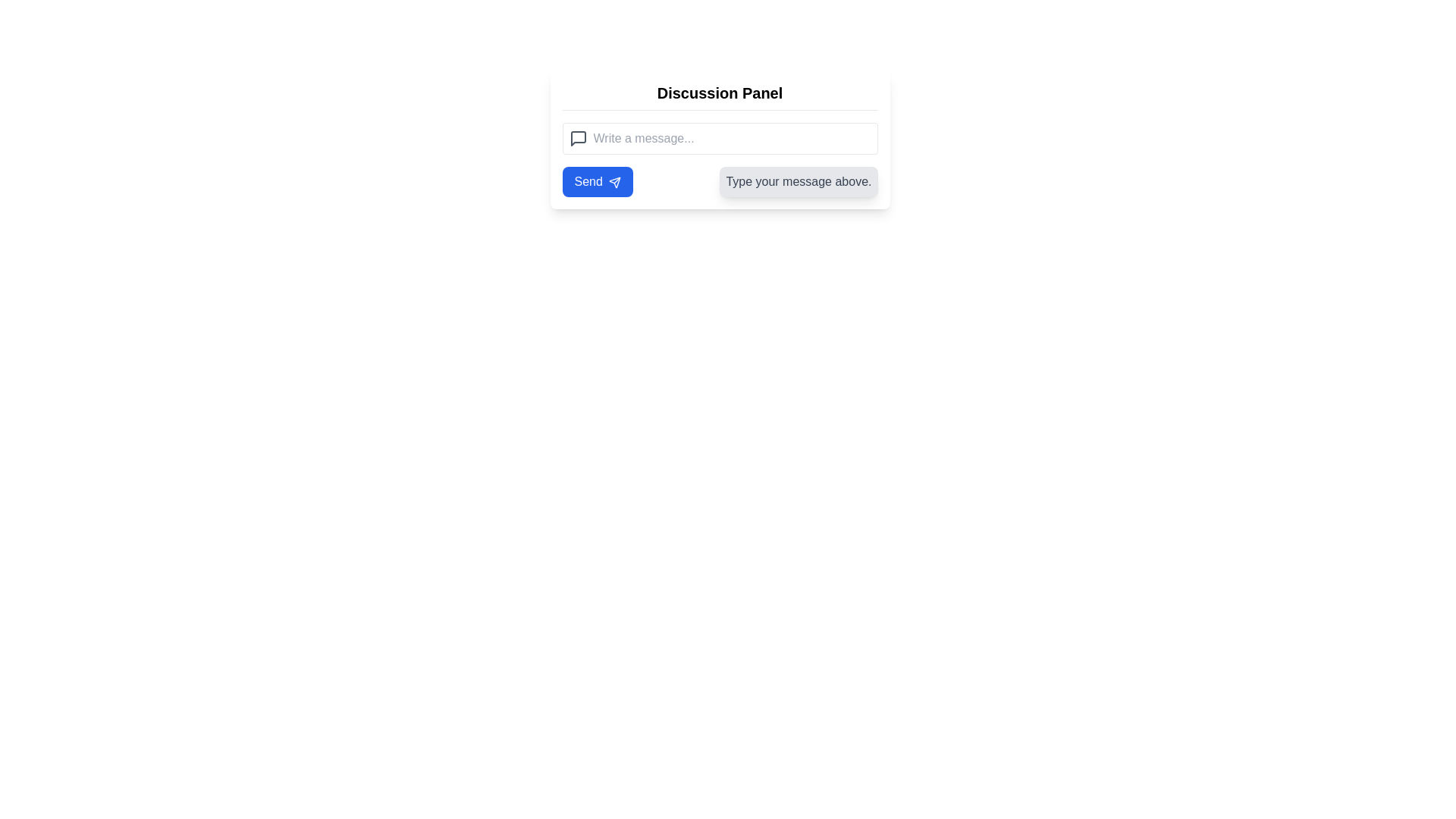  What do you see at coordinates (577, 138) in the screenshot?
I see `the design of the small, square-shaped speech bubble icon located to the left of the 'Write a message...' text input field in the discussion panel layout` at bounding box center [577, 138].